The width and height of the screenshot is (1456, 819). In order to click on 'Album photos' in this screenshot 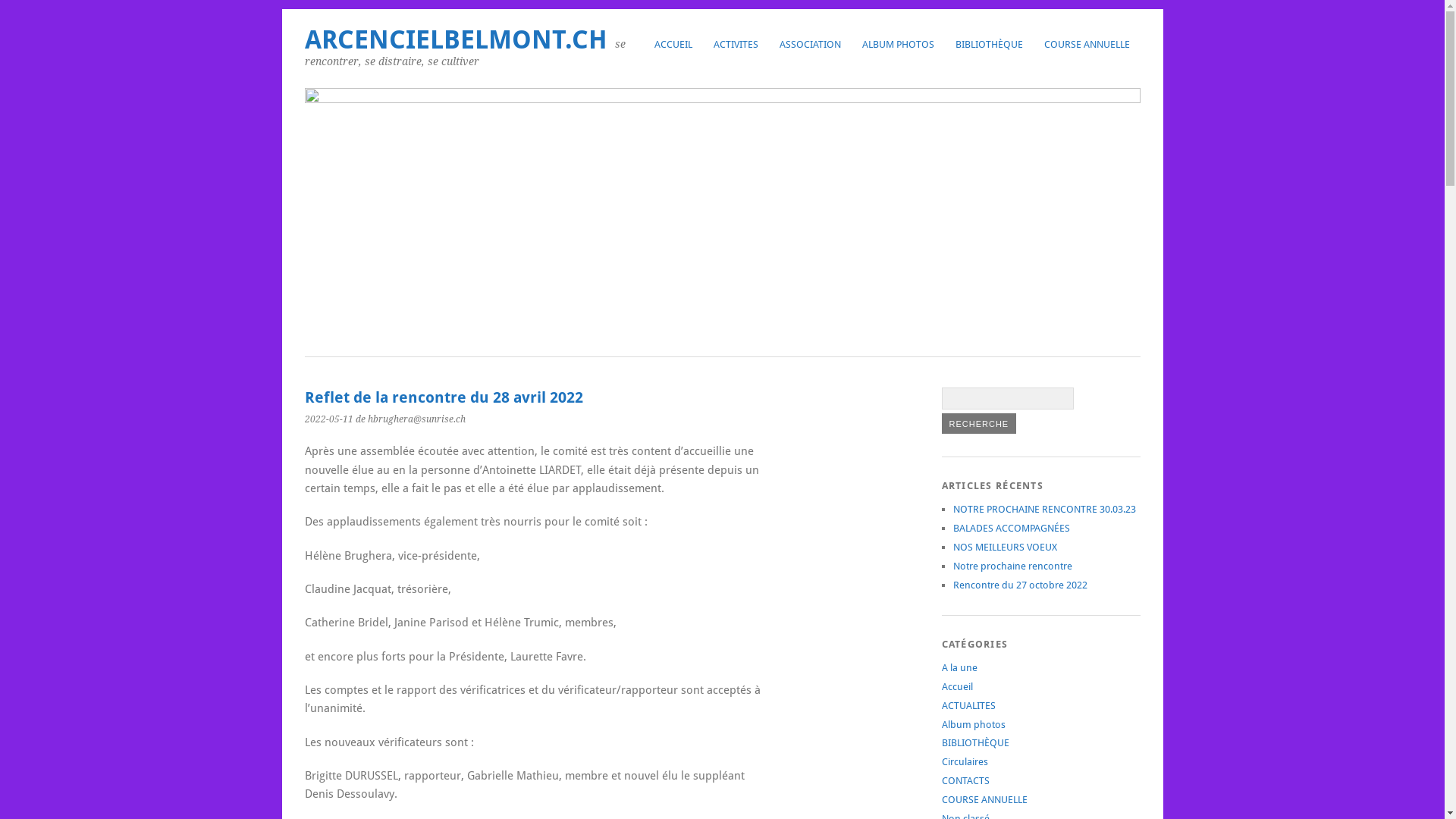, I will do `click(973, 723)`.